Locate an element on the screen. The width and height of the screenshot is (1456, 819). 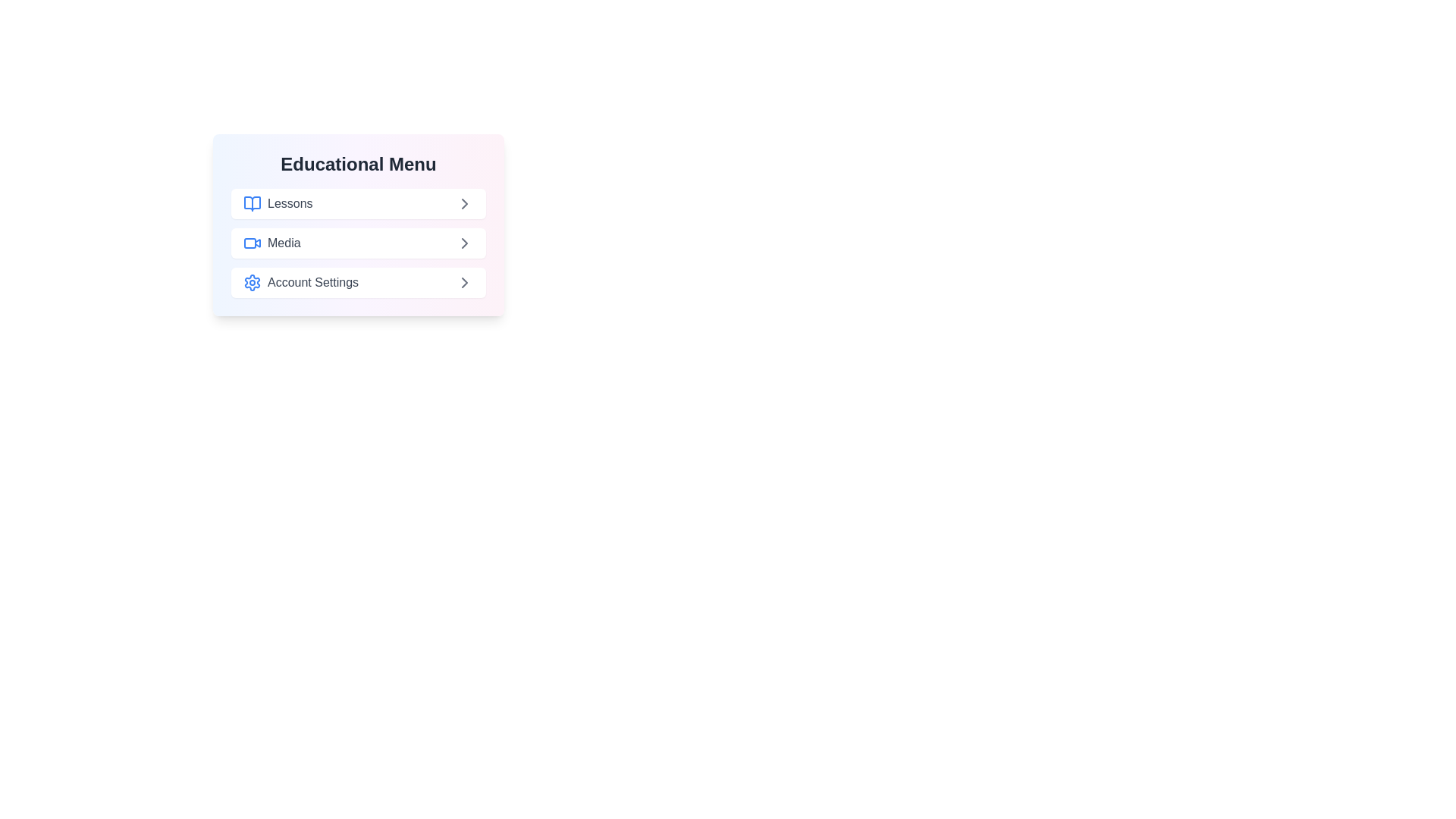
the right-facing chevron arrowhead symbol located near the right edge of the 'Lessons' option in the 'Educational Menu' is located at coordinates (464, 203).